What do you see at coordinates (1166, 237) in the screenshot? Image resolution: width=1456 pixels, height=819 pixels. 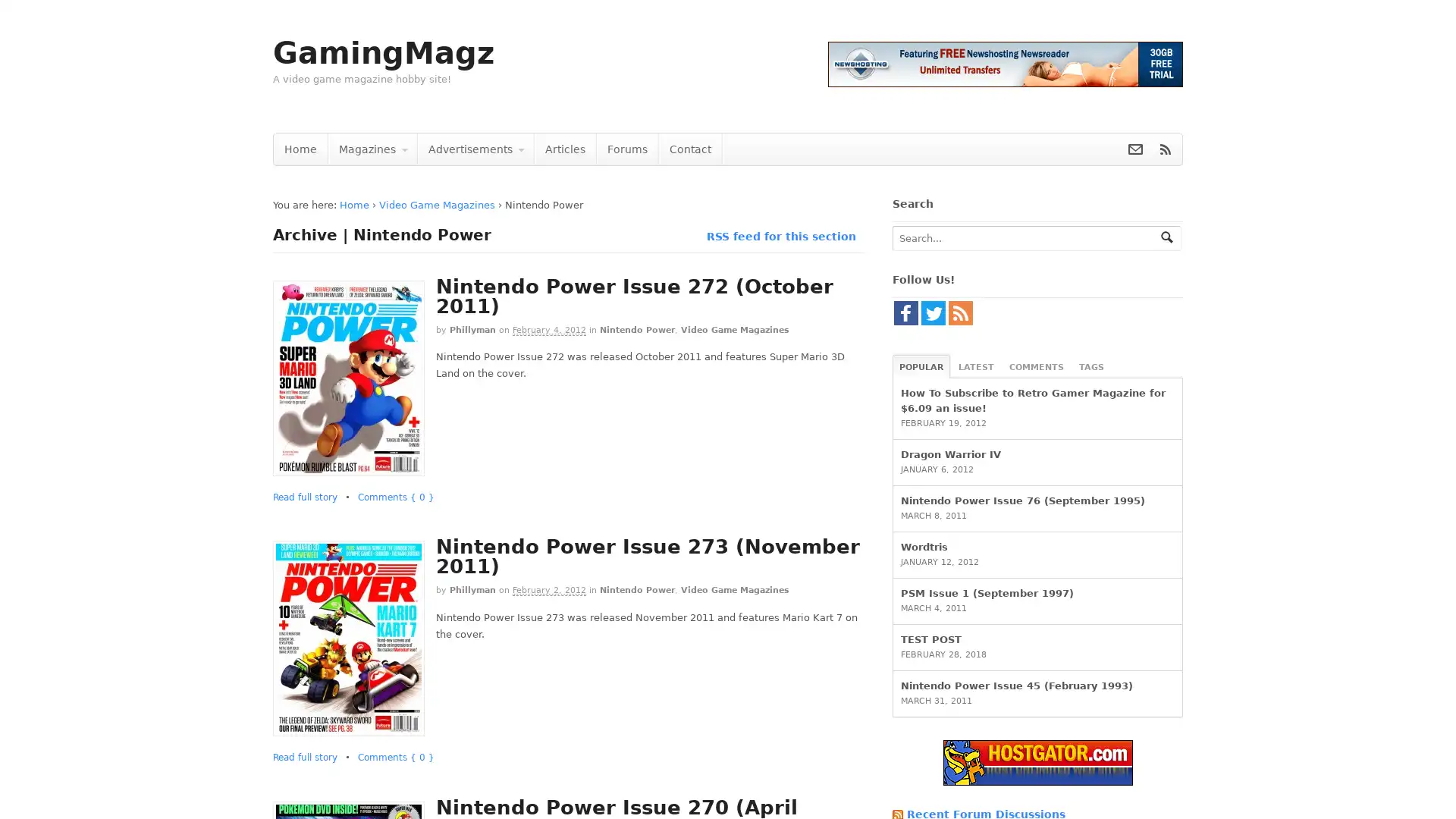 I see `Search` at bounding box center [1166, 237].